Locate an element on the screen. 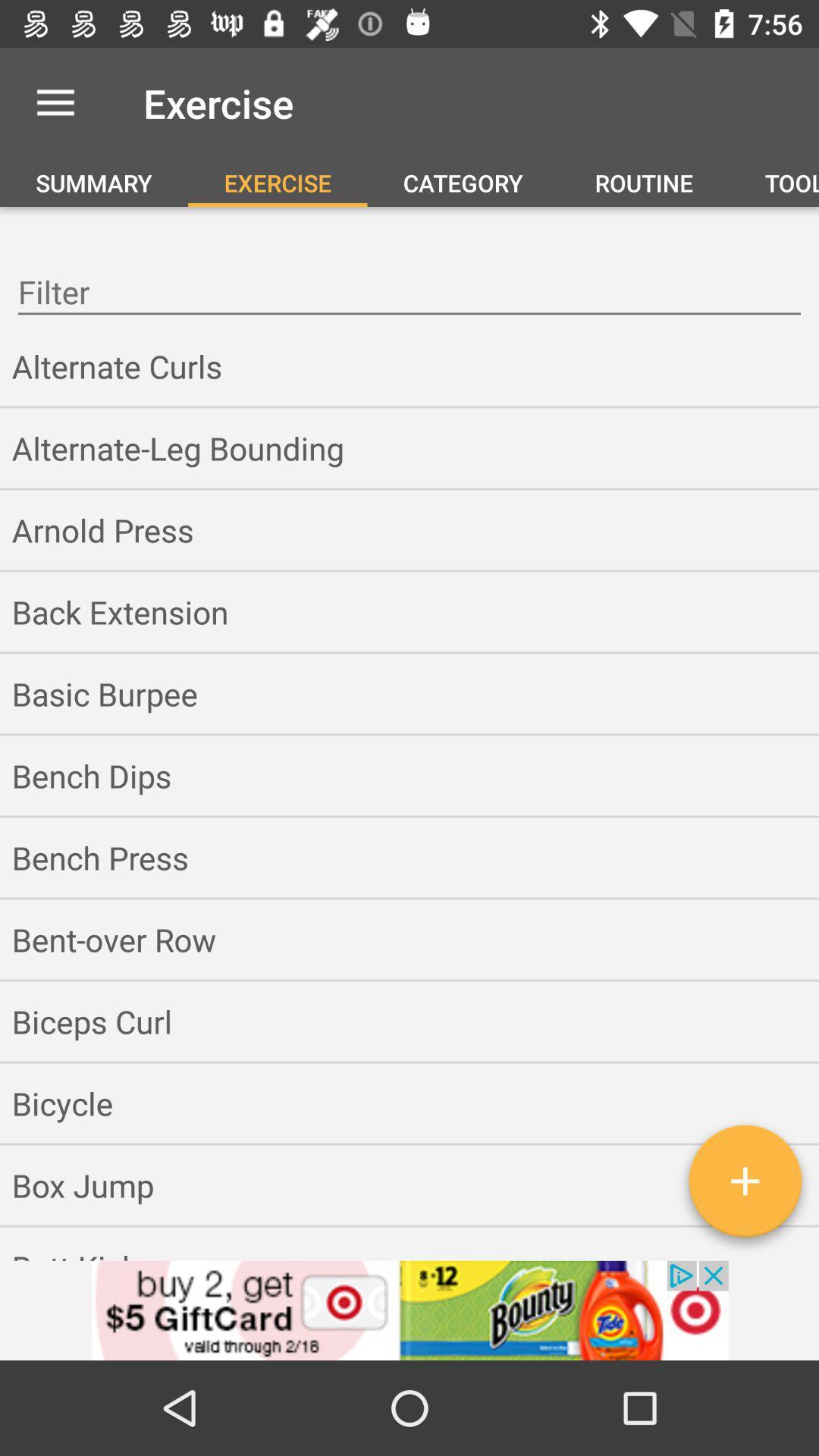 This screenshot has height=1456, width=819. exercise is located at coordinates (744, 1186).